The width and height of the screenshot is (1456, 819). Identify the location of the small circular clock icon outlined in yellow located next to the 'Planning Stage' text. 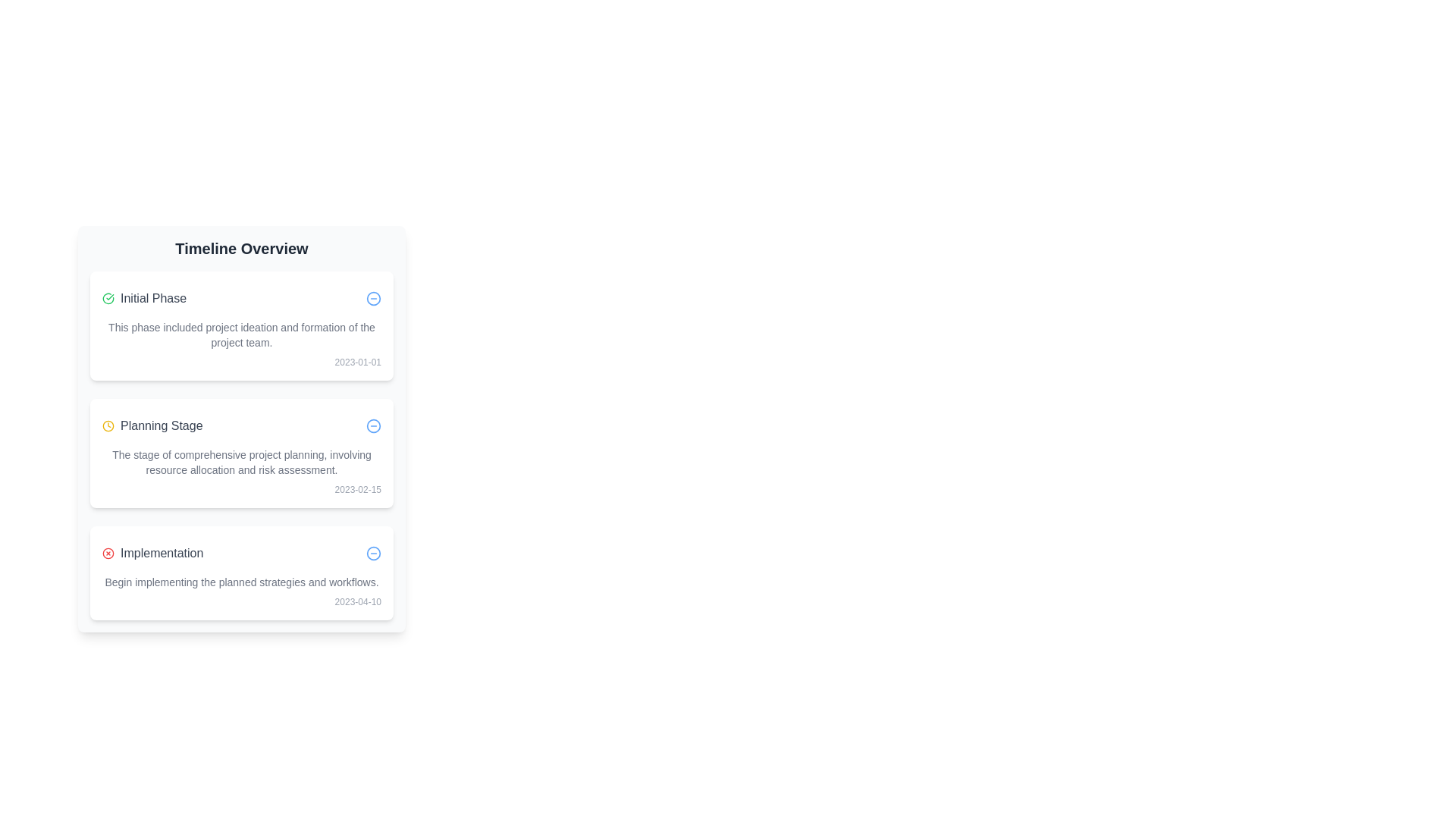
(108, 426).